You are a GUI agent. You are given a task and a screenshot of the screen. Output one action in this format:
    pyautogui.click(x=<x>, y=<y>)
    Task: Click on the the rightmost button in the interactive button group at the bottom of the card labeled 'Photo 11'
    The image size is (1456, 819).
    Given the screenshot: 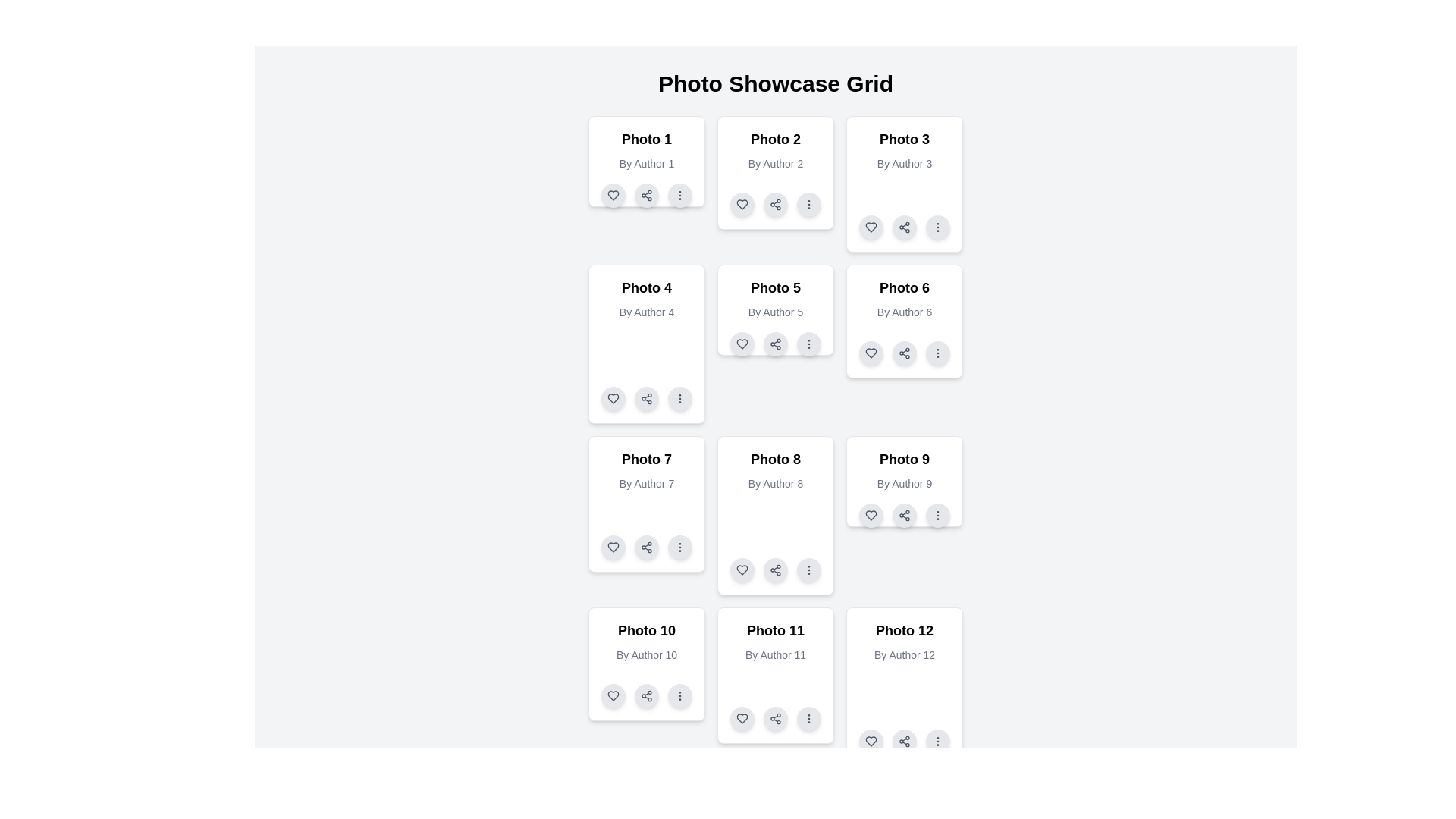 What is the action you would take?
    pyautogui.click(x=808, y=718)
    